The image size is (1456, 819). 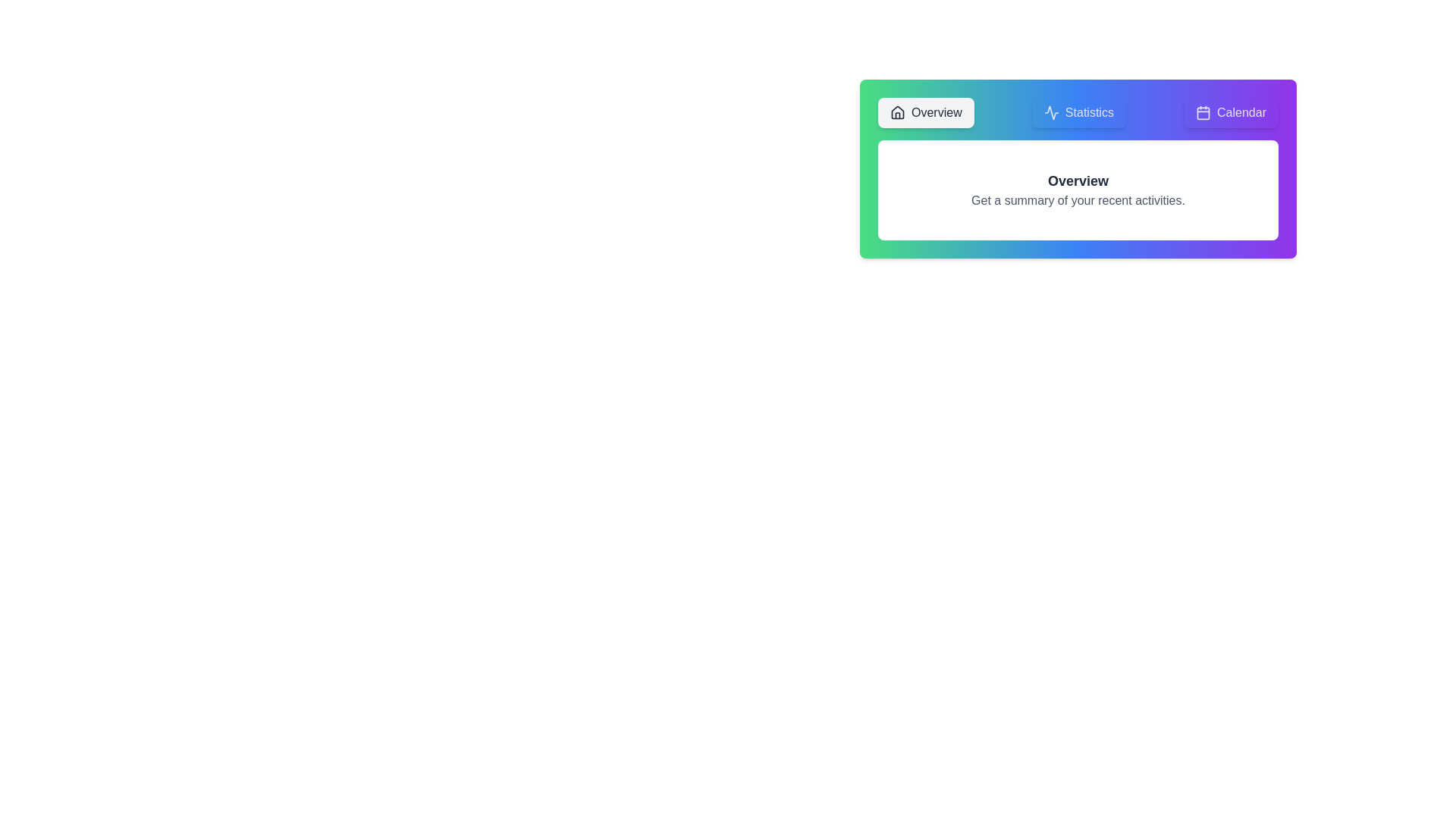 I want to click on the Overview tab by clicking on its label or icon, so click(x=925, y=112).